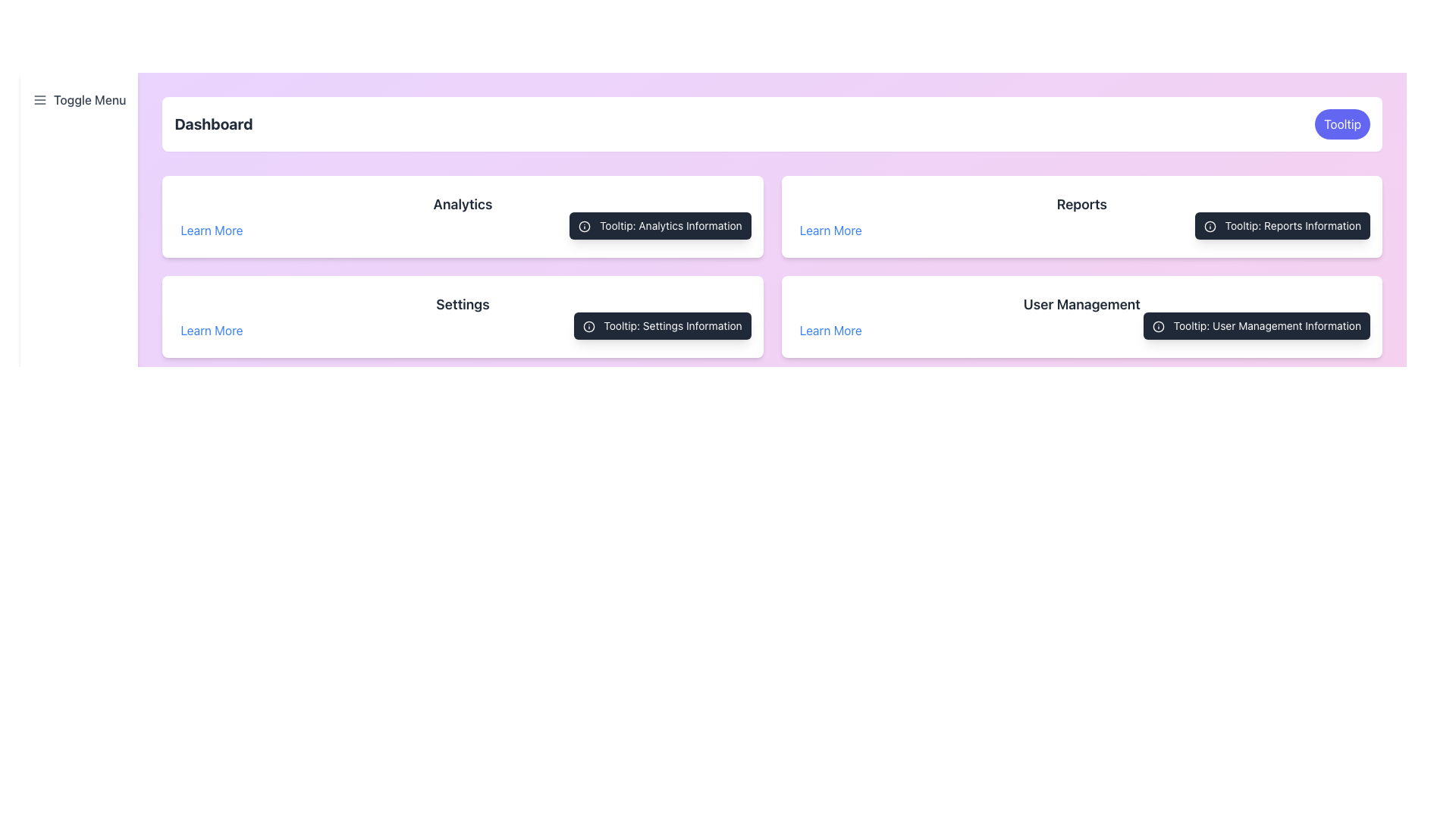 This screenshot has width=1456, height=819. Describe the element at coordinates (1157, 326) in the screenshot. I see `the small circular icon containing a bold 'i' symbol, located to the left of the text 'Tooltip: User Management Information' in the tooltip near the 'User Management' section` at that location.